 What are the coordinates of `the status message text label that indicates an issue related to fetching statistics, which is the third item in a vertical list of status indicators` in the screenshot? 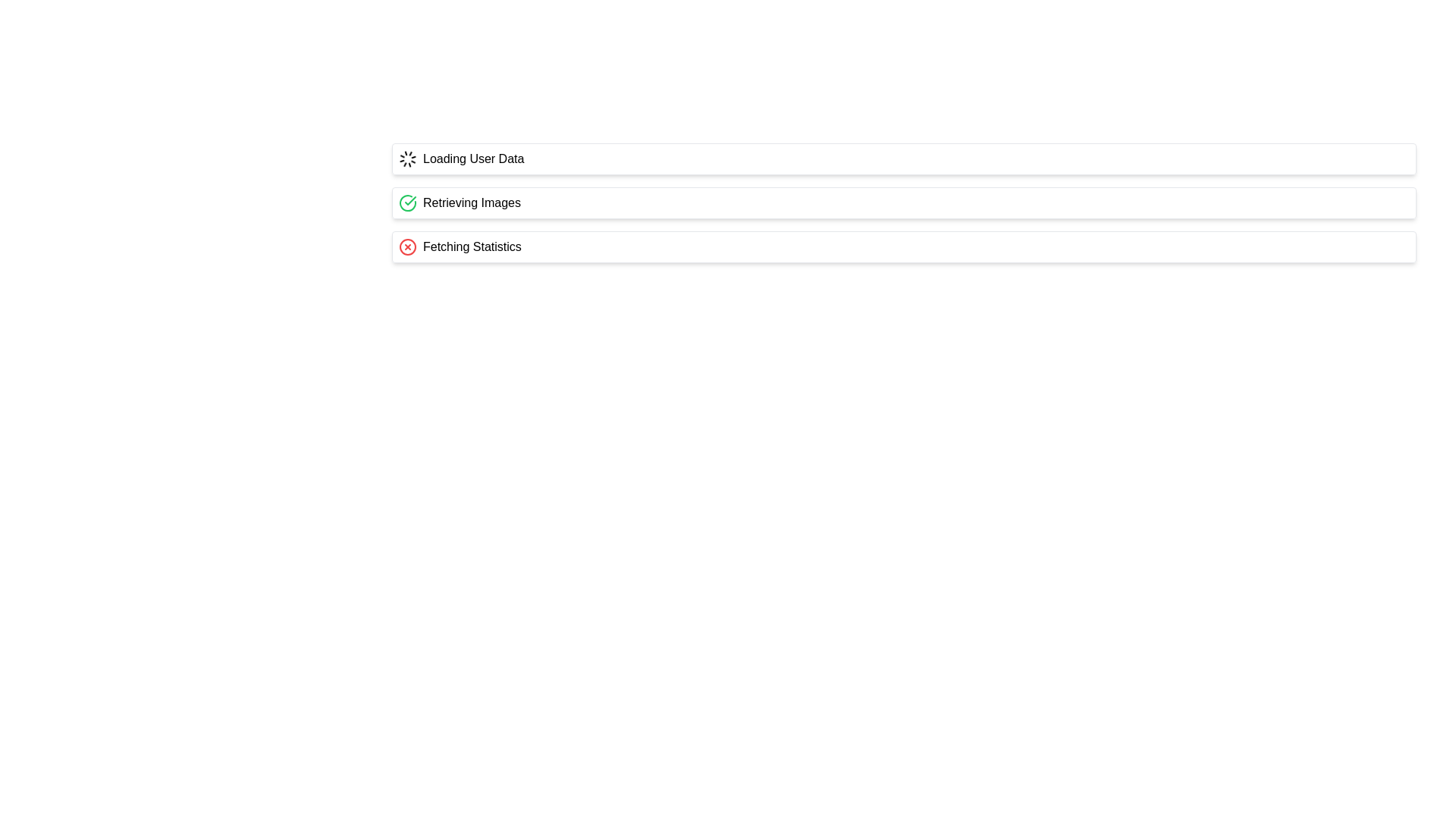 It's located at (471, 246).